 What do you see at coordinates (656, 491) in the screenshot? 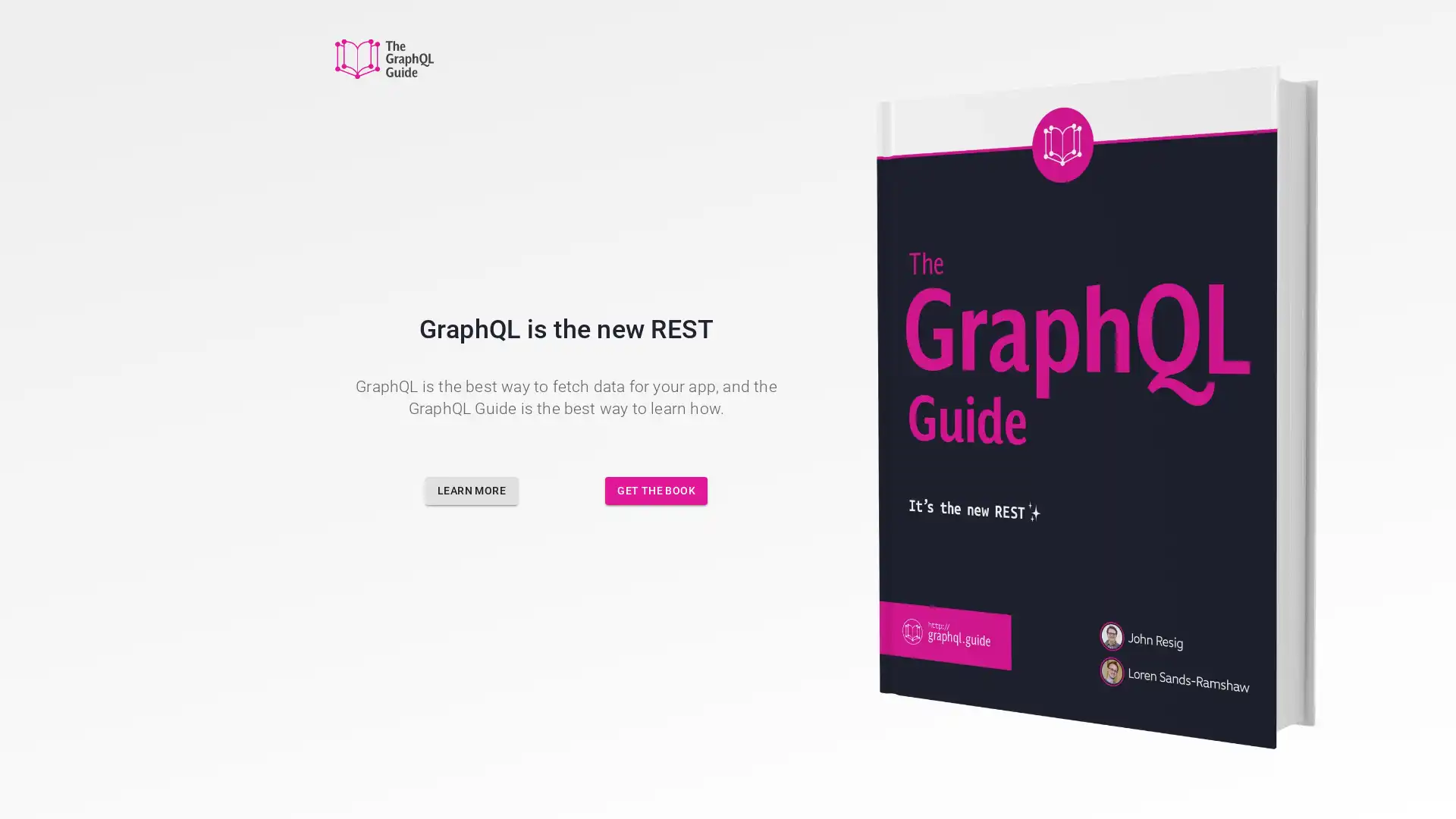
I see `GET THE BOOK` at bounding box center [656, 491].